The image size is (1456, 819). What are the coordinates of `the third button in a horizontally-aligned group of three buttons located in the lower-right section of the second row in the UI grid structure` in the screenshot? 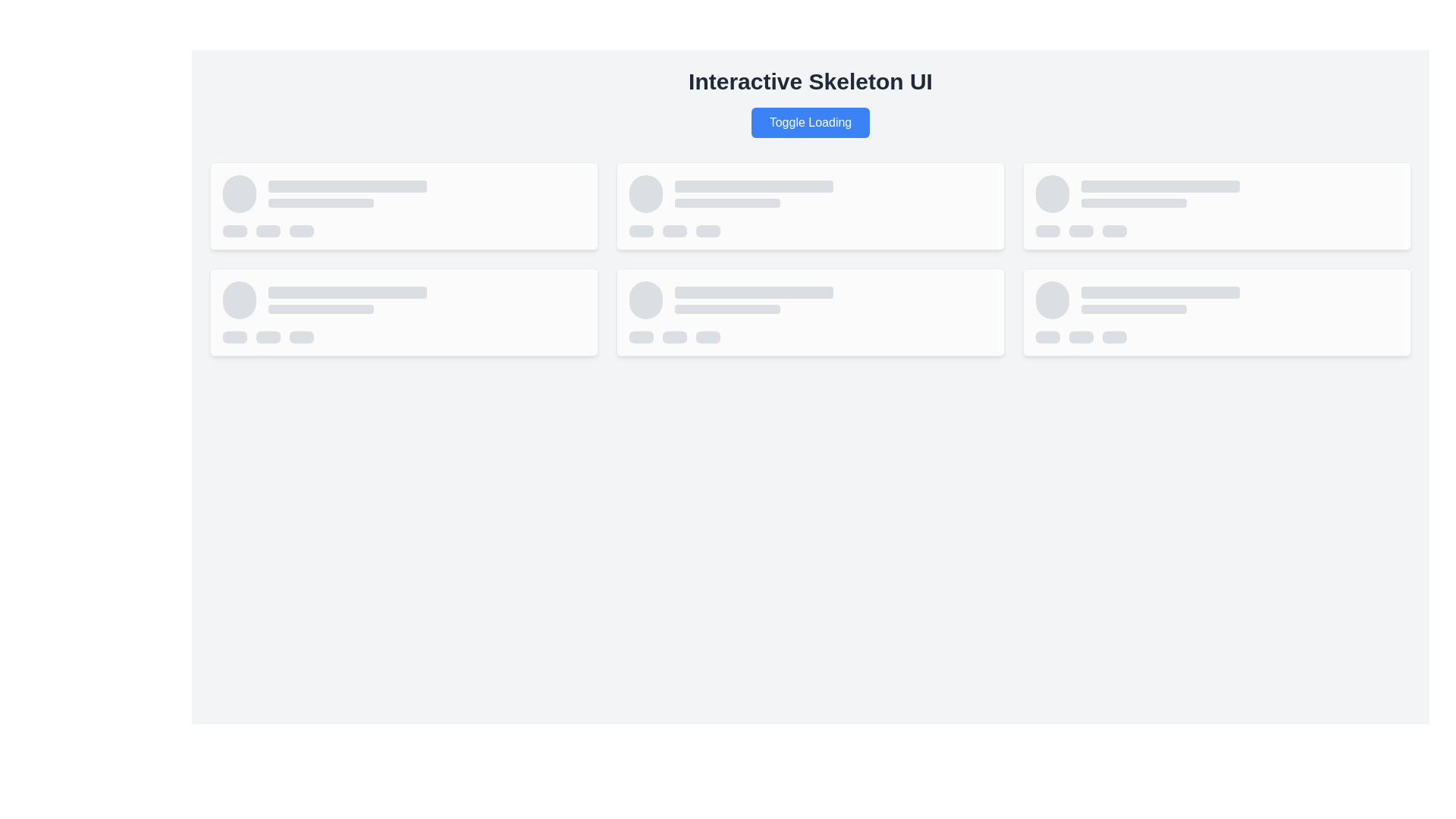 It's located at (708, 336).